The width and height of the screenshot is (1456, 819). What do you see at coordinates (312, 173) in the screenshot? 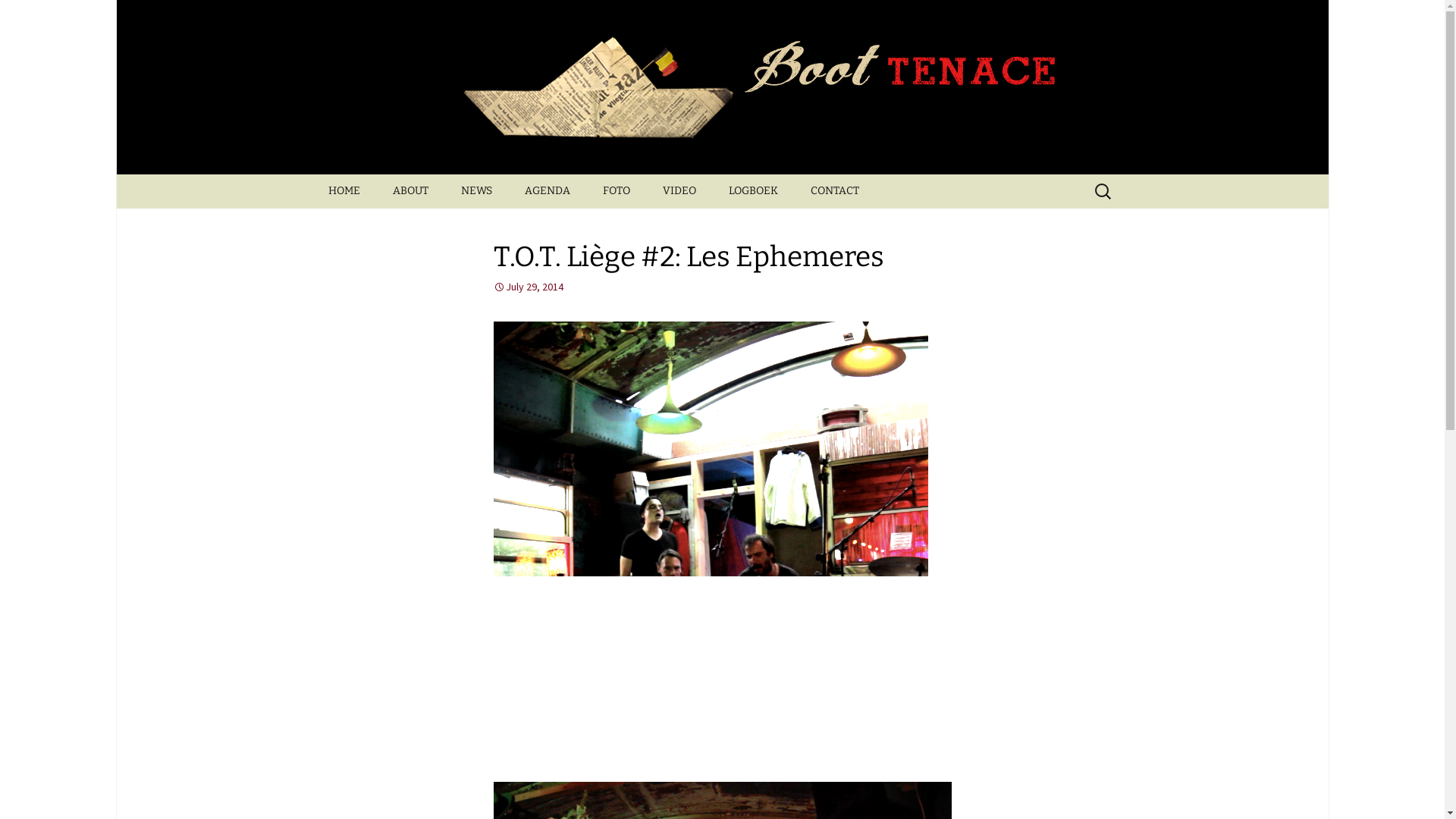
I see `'Skip to content'` at bounding box center [312, 173].